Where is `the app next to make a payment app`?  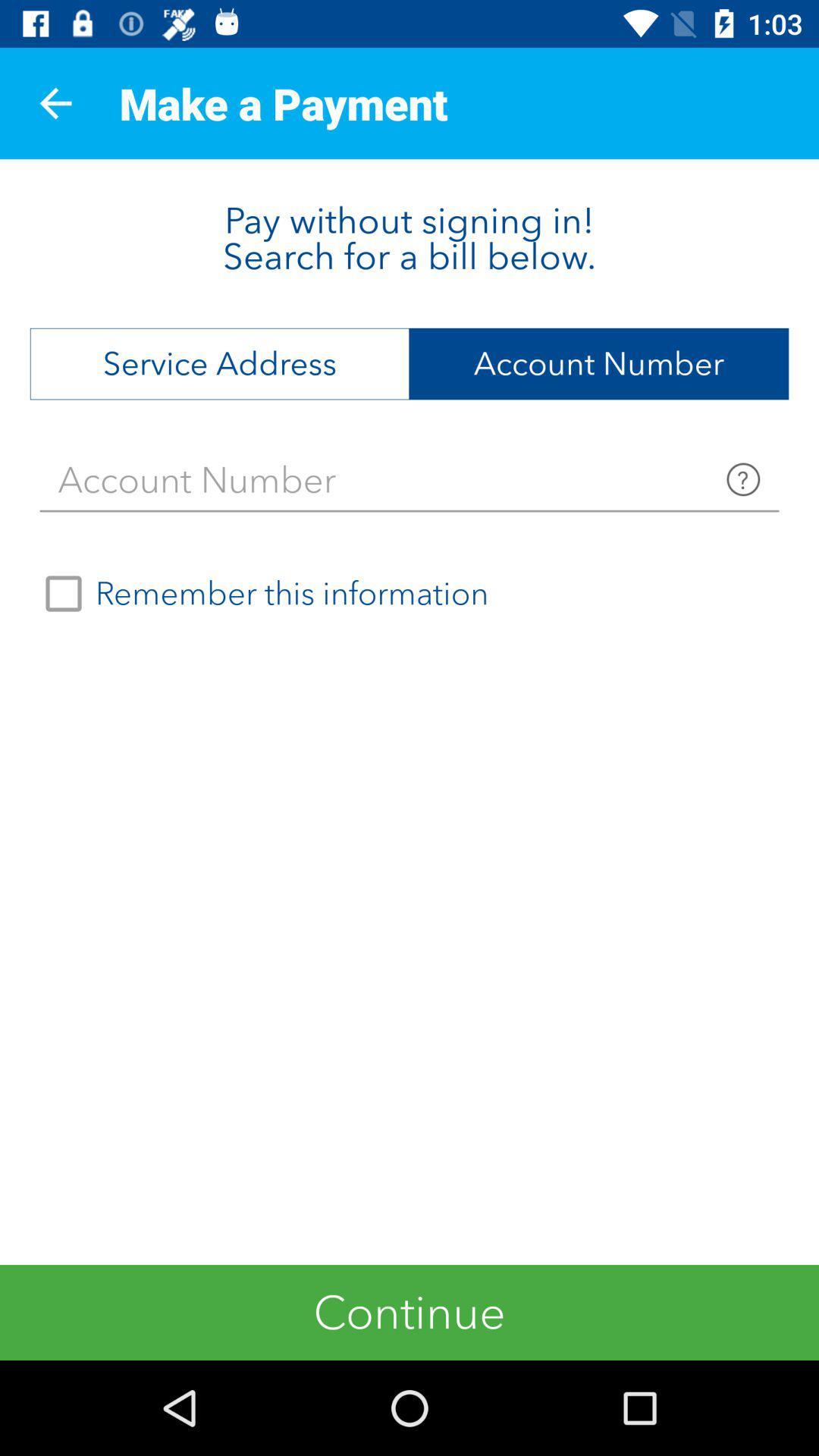 the app next to make a payment app is located at coordinates (55, 102).